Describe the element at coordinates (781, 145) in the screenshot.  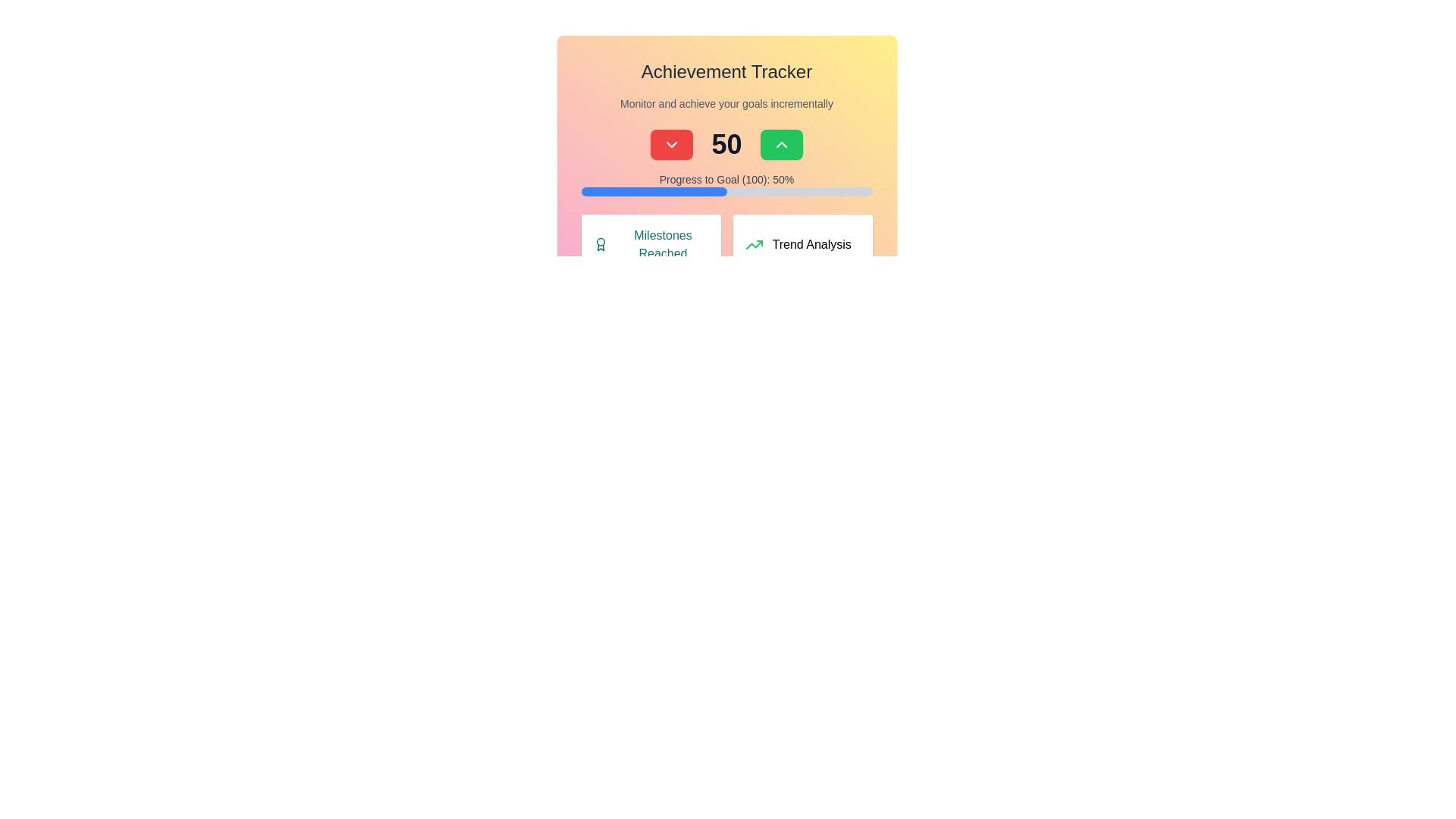
I see `the chevron-up icon located within the green rounded rectangle button` at that location.